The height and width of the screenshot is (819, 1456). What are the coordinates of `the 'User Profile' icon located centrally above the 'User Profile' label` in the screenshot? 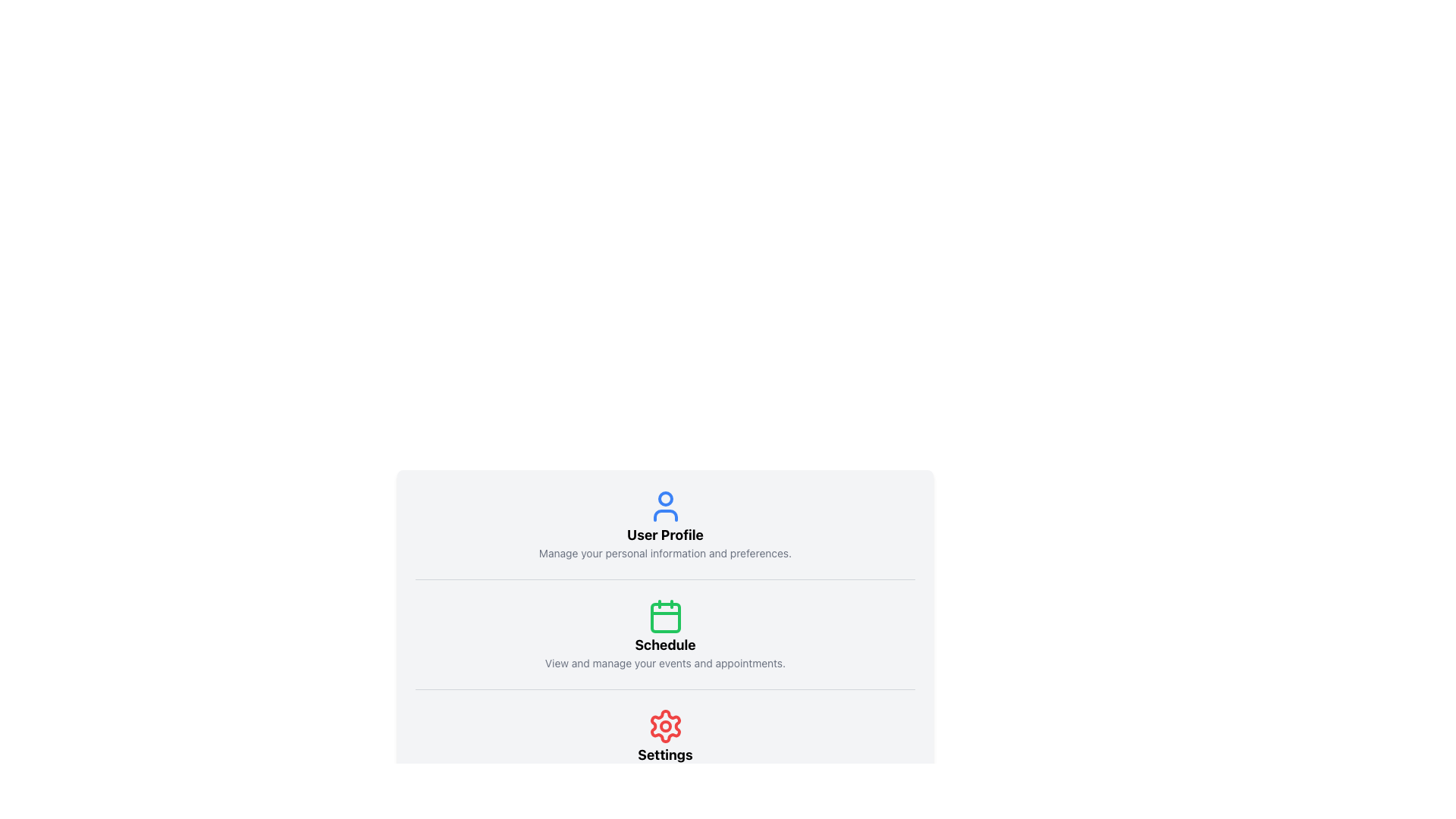 It's located at (665, 506).